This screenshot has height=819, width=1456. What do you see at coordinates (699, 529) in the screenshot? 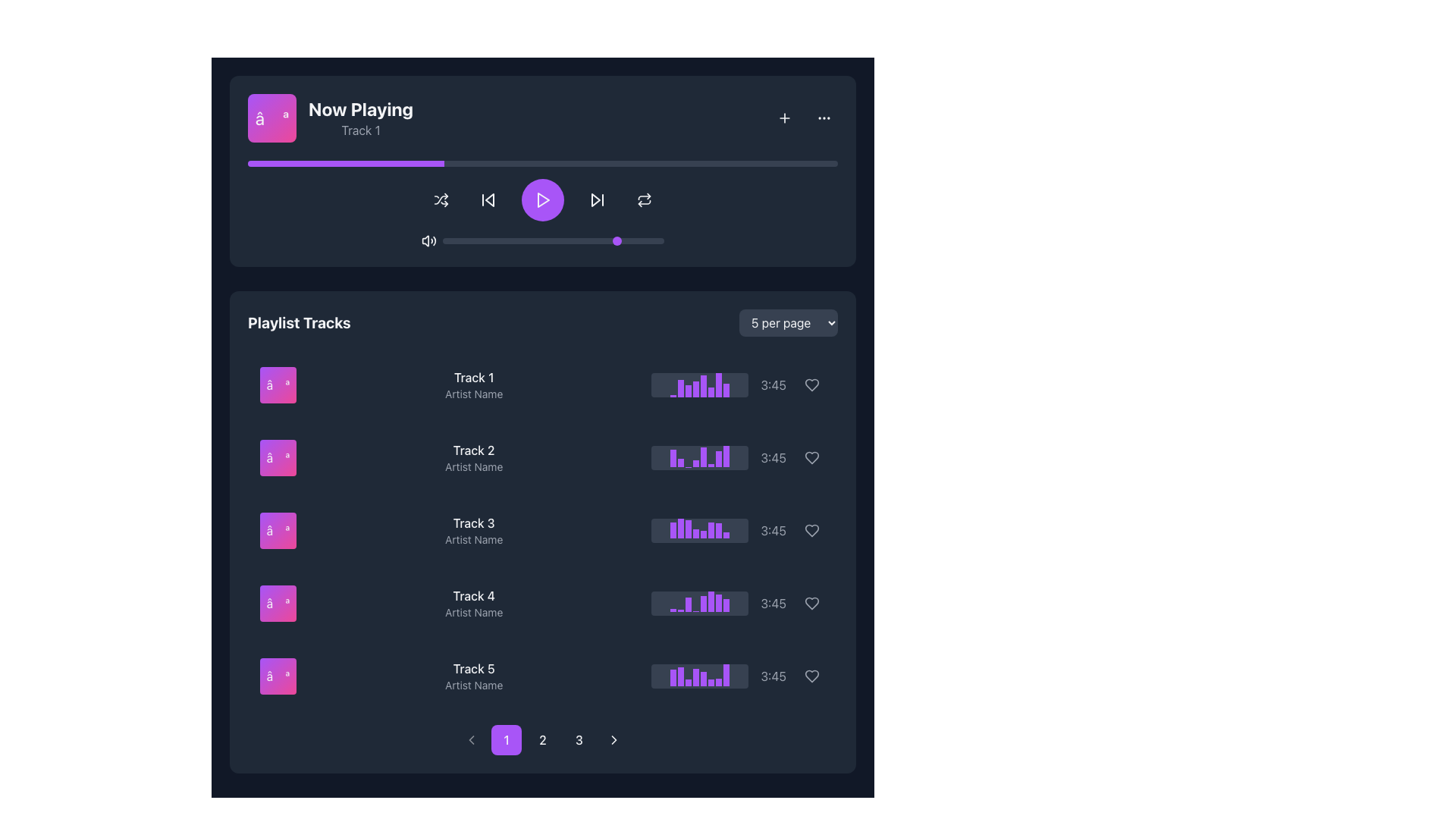
I see `the static graphical audio indicator, which is a horizontal bar with a medium-grey background and rounded corners, located in the third track's information row, right of the track title and artist name, and left of the duration text '3:45'` at bounding box center [699, 529].